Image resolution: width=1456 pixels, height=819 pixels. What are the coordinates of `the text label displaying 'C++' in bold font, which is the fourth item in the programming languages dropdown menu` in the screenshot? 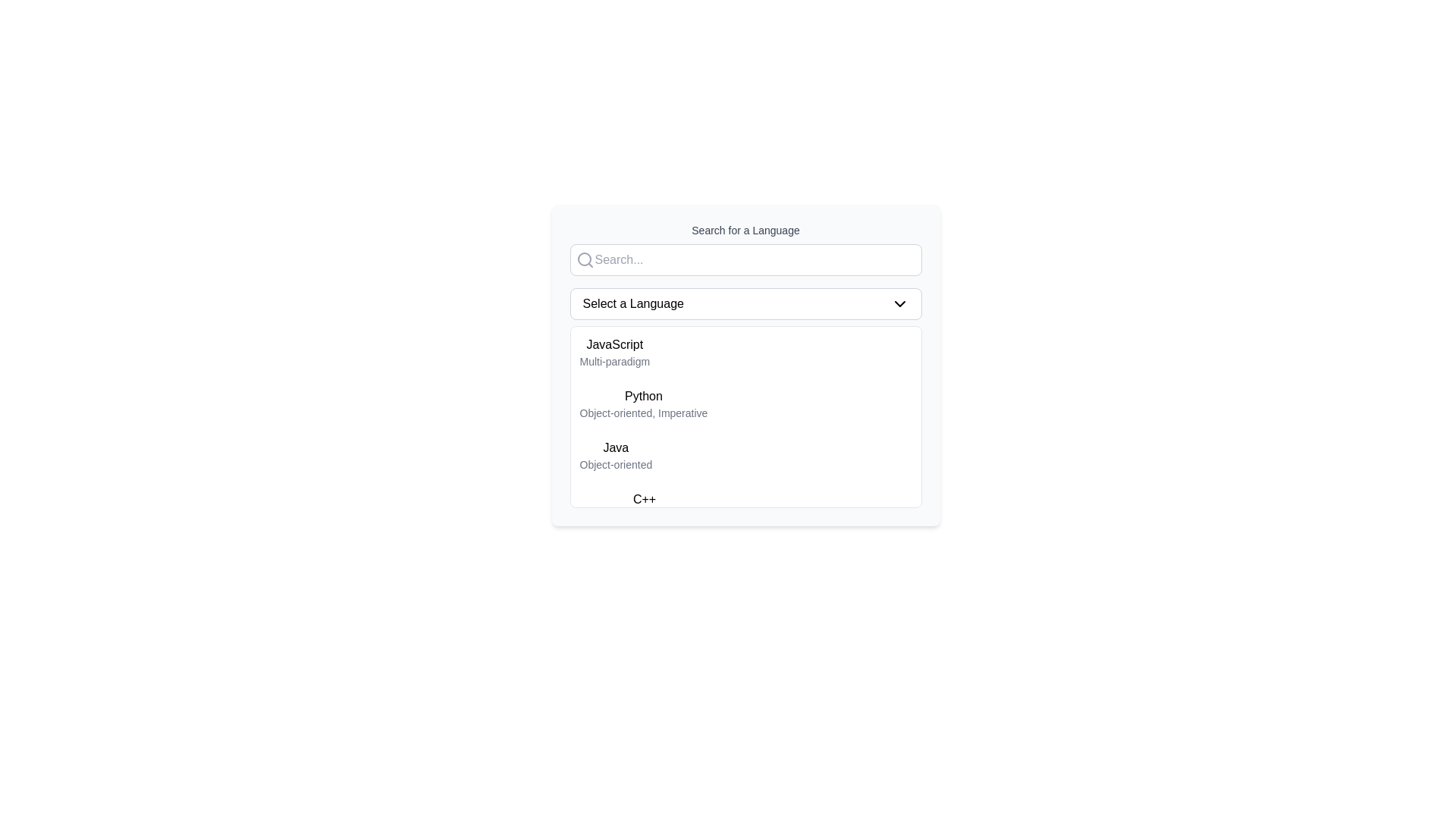 It's located at (645, 507).